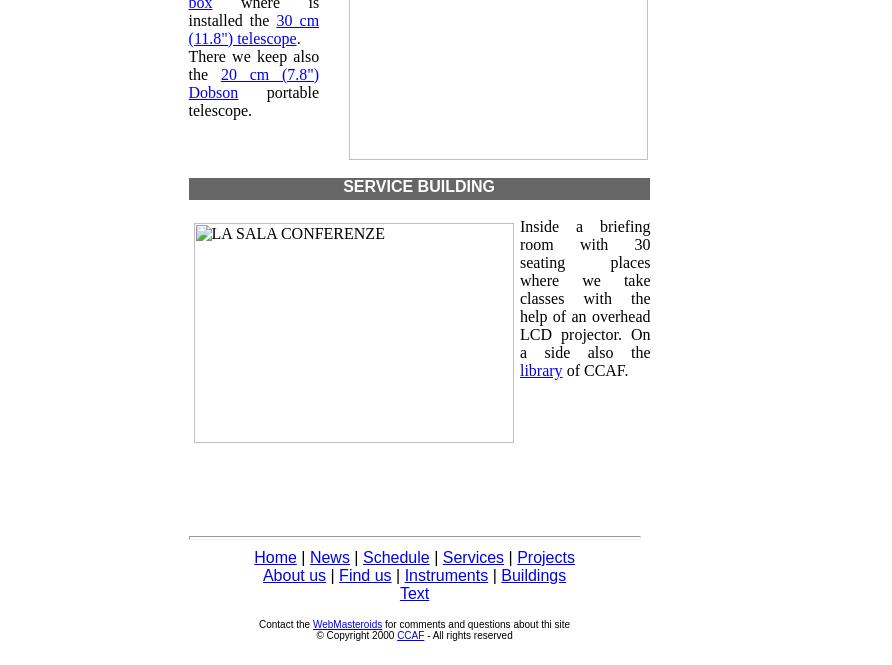 This screenshot has height=665, width=892. Describe the element at coordinates (473, 556) in the screenshot. I see `'Services'` at that location.